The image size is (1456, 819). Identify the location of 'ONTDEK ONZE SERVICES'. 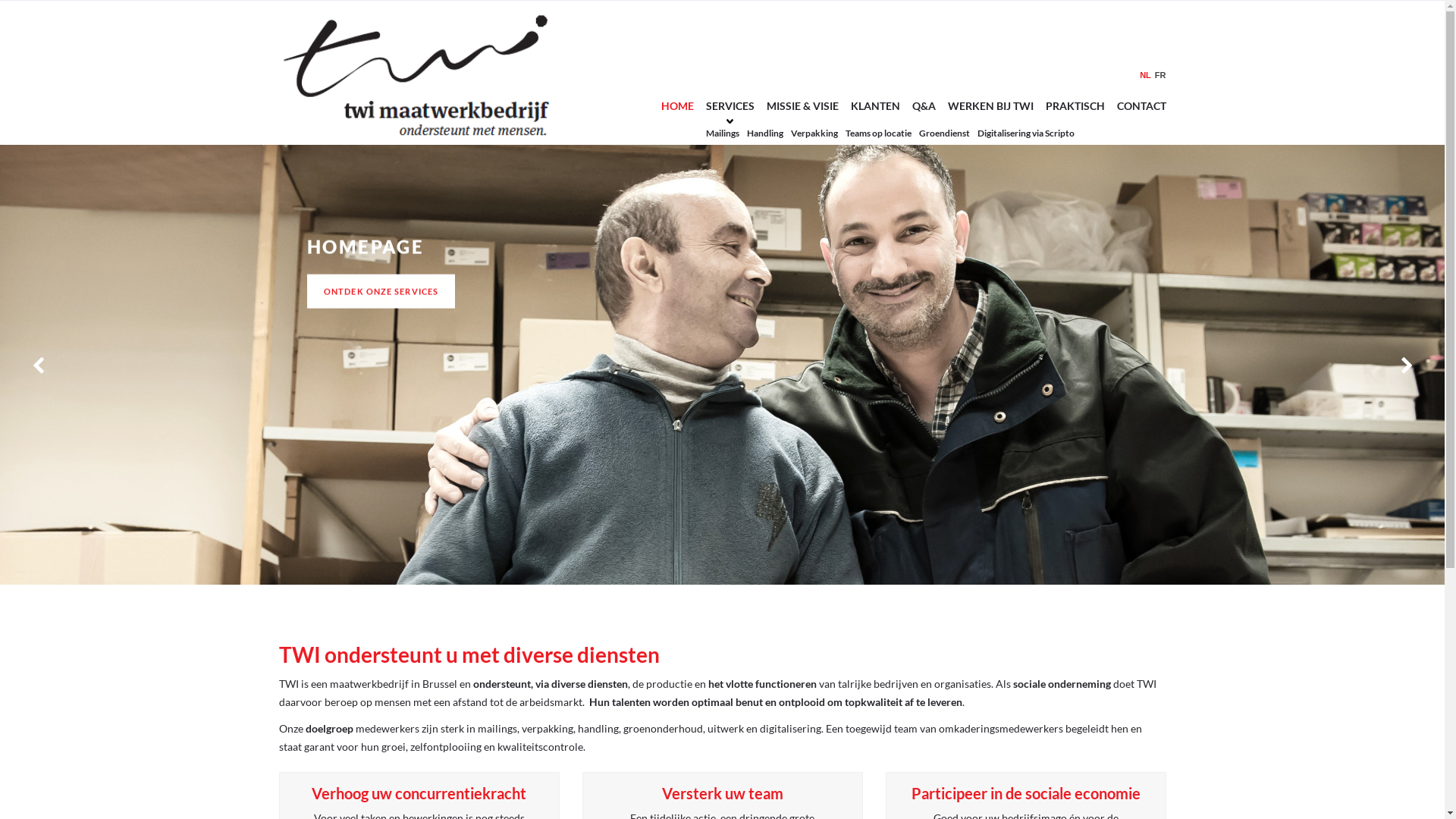
(381, 291).